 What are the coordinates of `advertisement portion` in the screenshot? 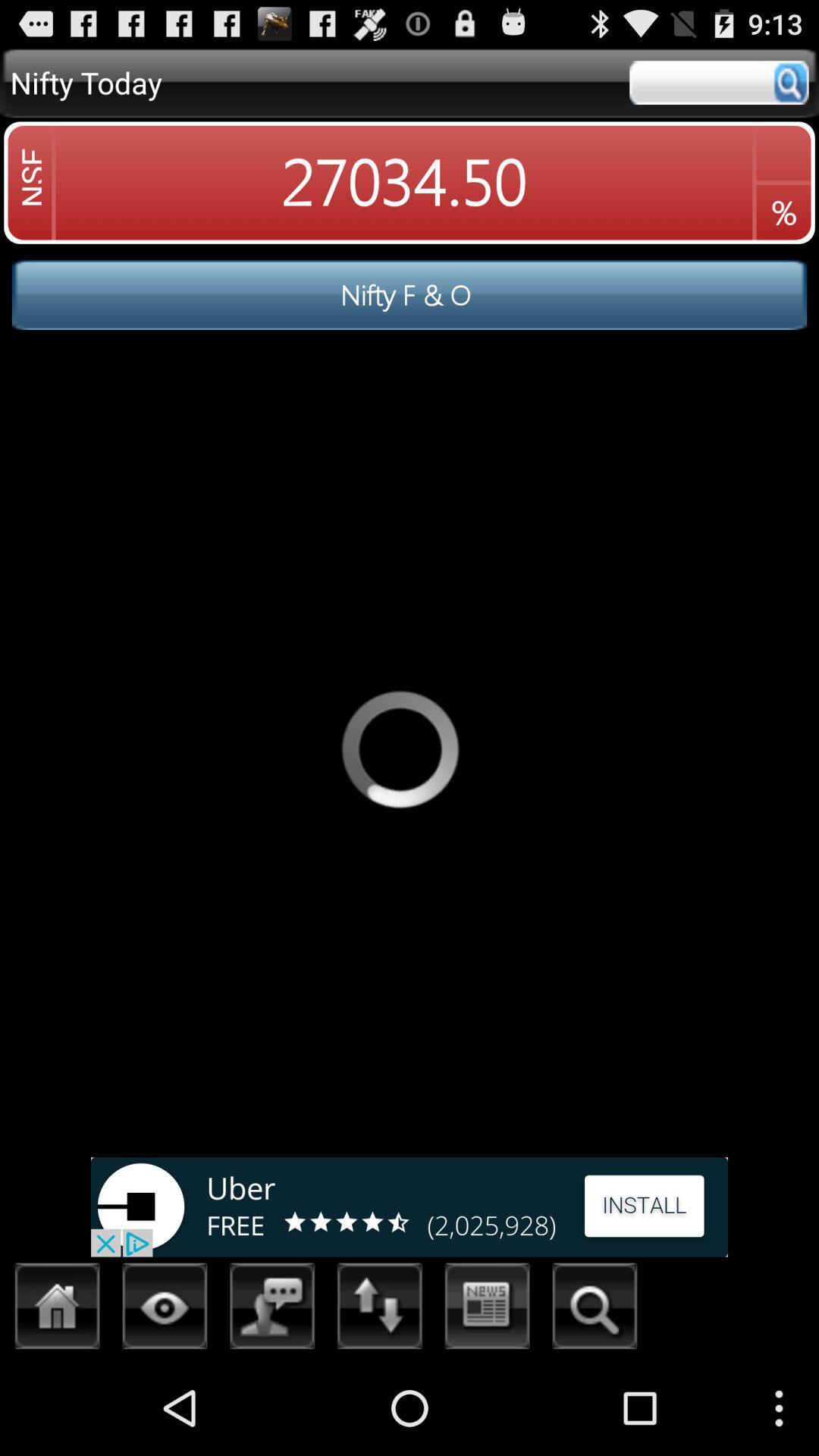 It's located at (409, 1206).